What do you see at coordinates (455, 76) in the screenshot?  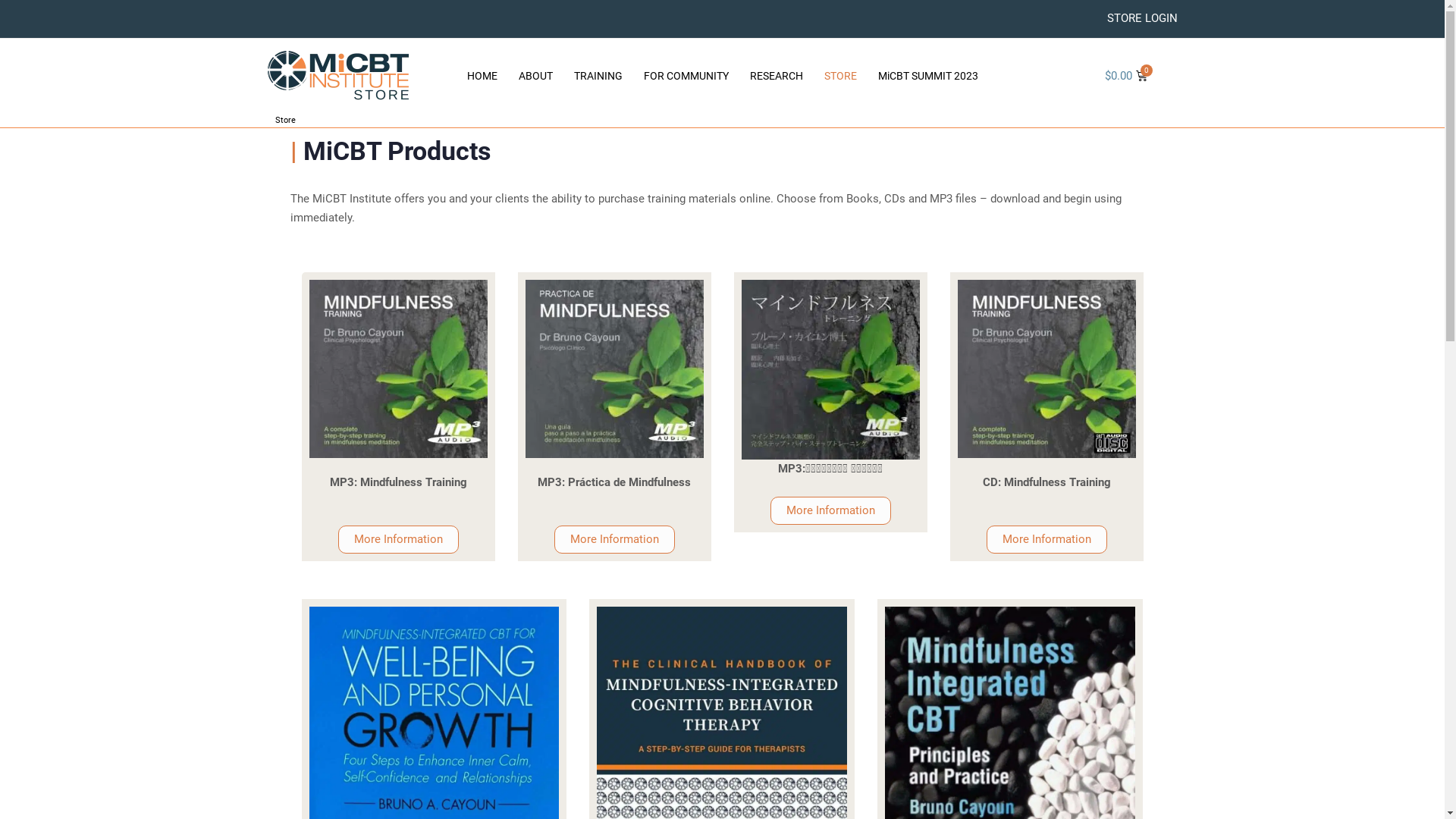 I see `'HOME'` at bounding box center [455, 76].